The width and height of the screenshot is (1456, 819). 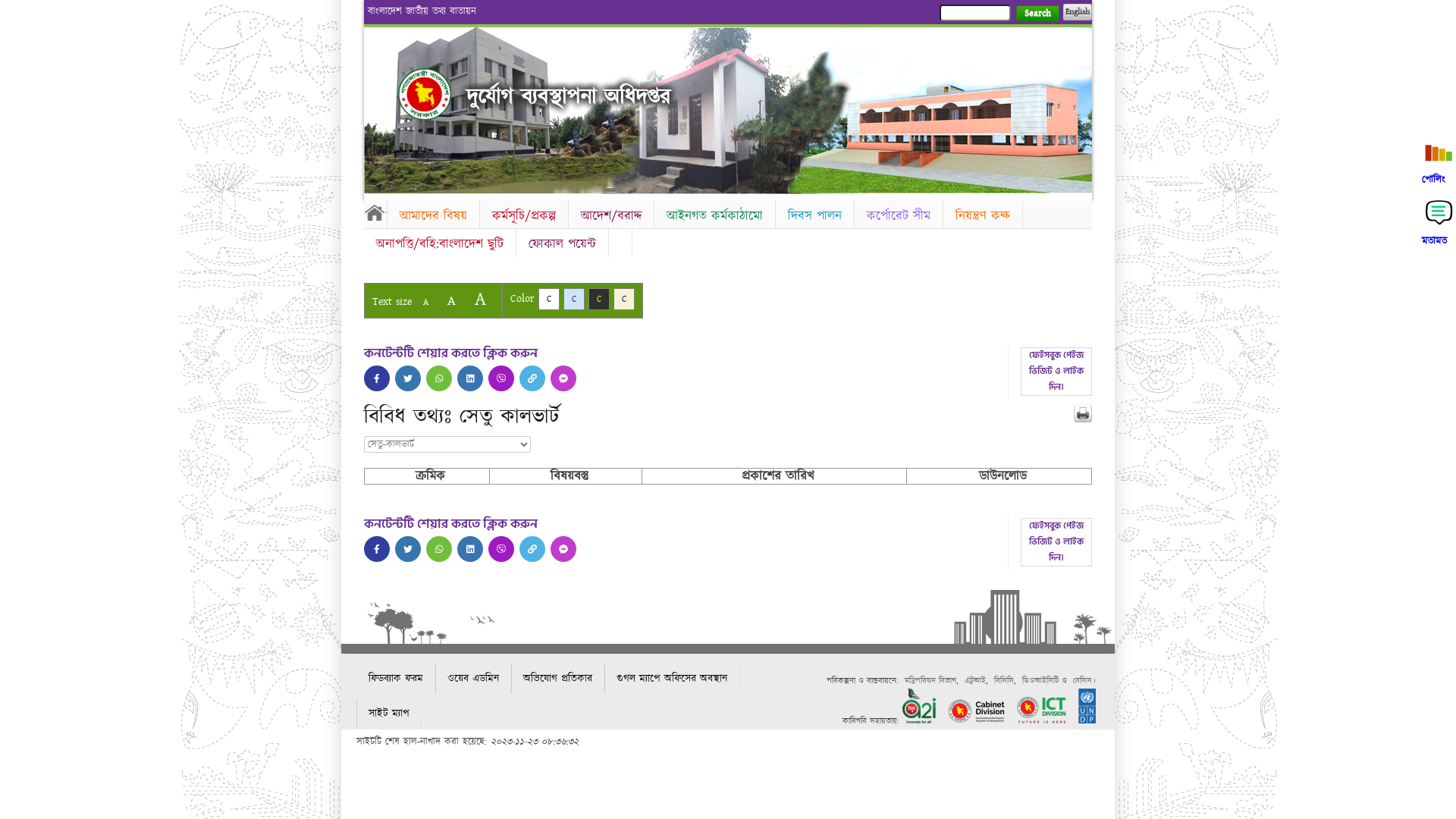 What do you see at coordinates (450, 300) in the screenshot?
I see `'A'` at bounding box center [450, 300].